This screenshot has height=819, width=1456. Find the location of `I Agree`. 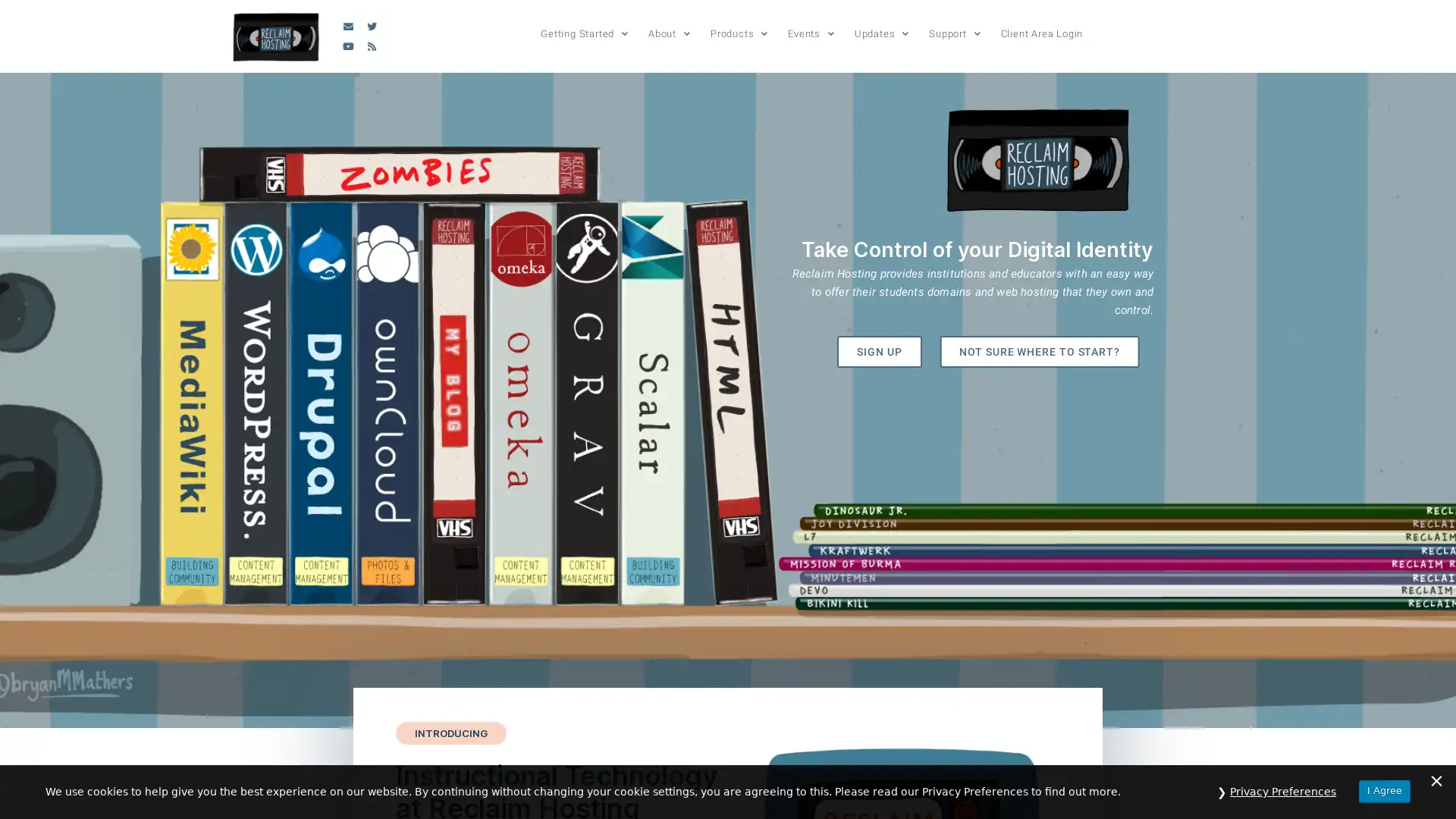

I Agree is located at coordinates (1384, 790).